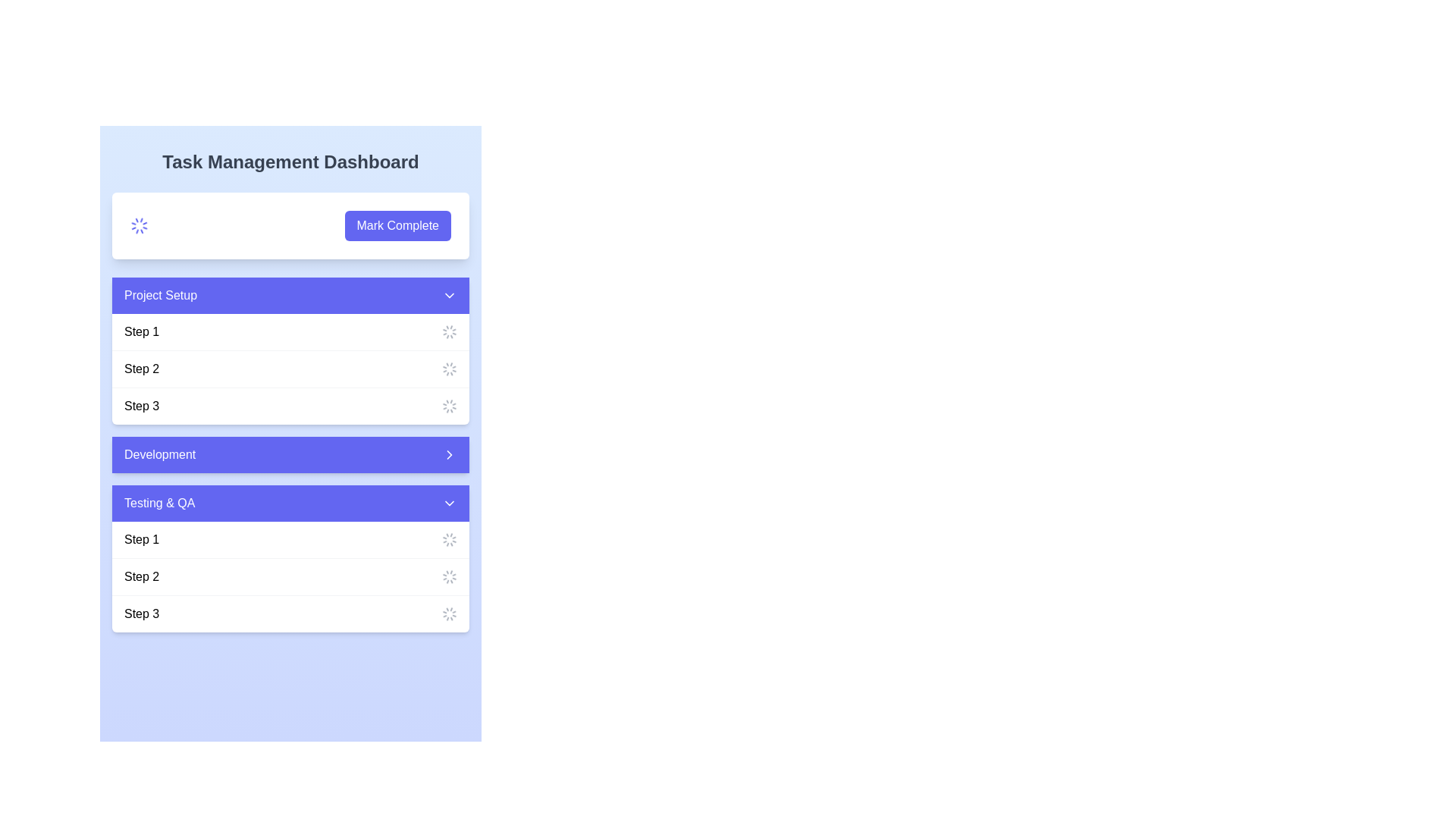  Describe the element at coordinates (449, 454) in the screenshot. I see `the right-facing chevron icon located to the far-right side of the 'Development' section header in the vertical navigation panel` at that location.